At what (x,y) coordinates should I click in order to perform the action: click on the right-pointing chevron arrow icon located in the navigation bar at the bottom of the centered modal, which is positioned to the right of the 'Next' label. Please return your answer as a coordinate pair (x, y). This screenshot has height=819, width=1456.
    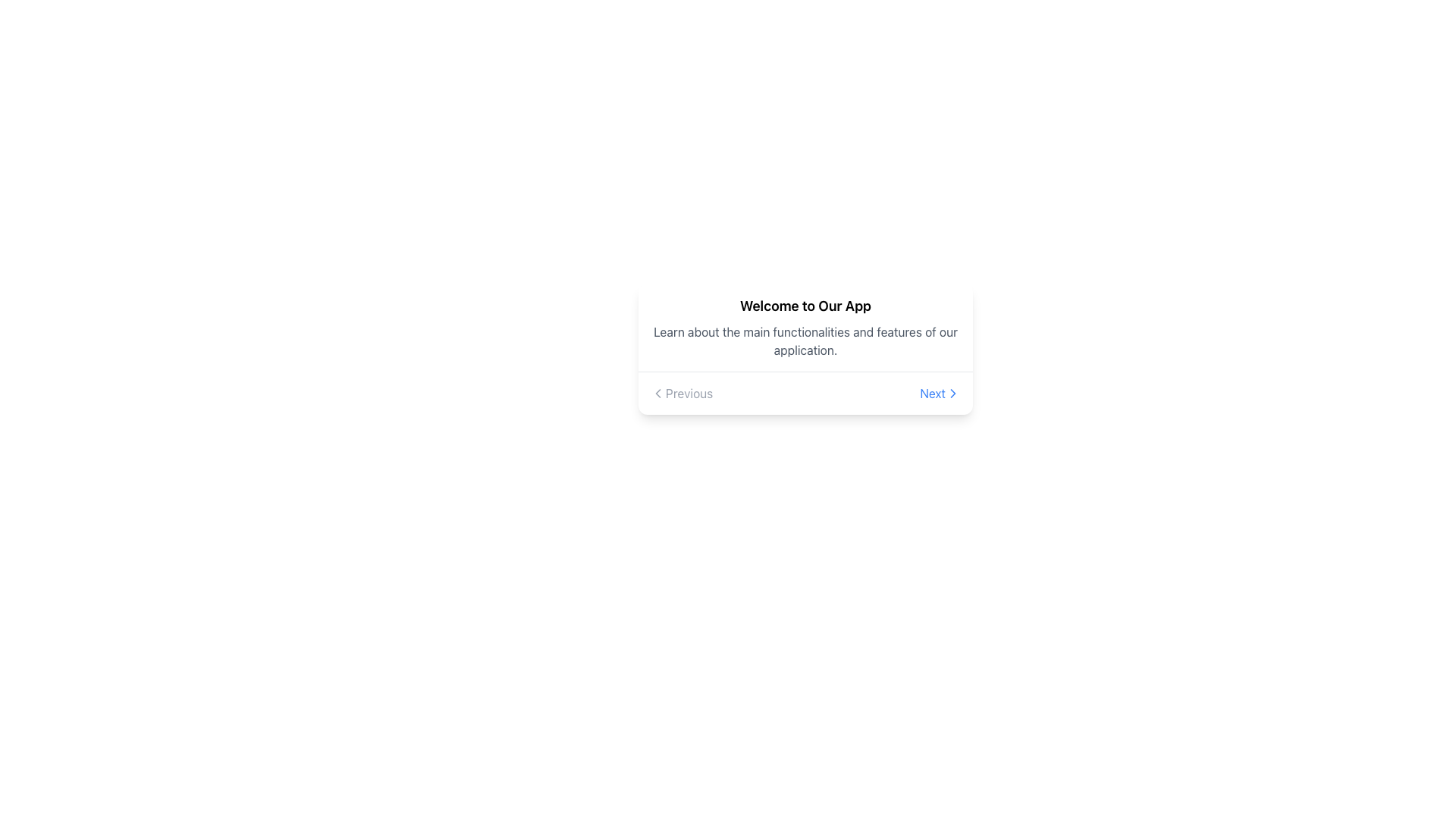
    Looking at the image, I should click on (952, 393).